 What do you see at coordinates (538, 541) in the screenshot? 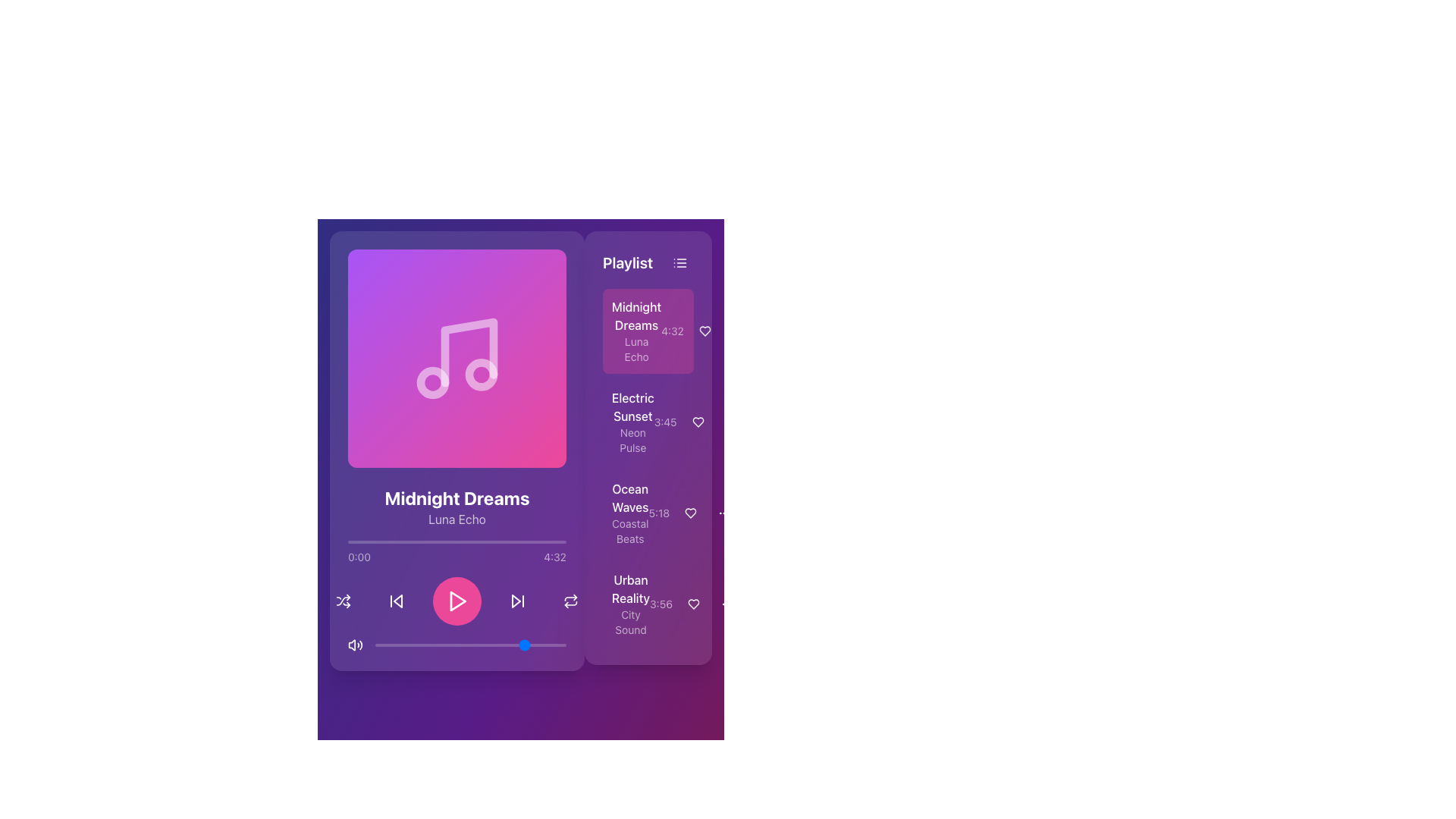
I see `playback position` at bounding box center [538, 541].